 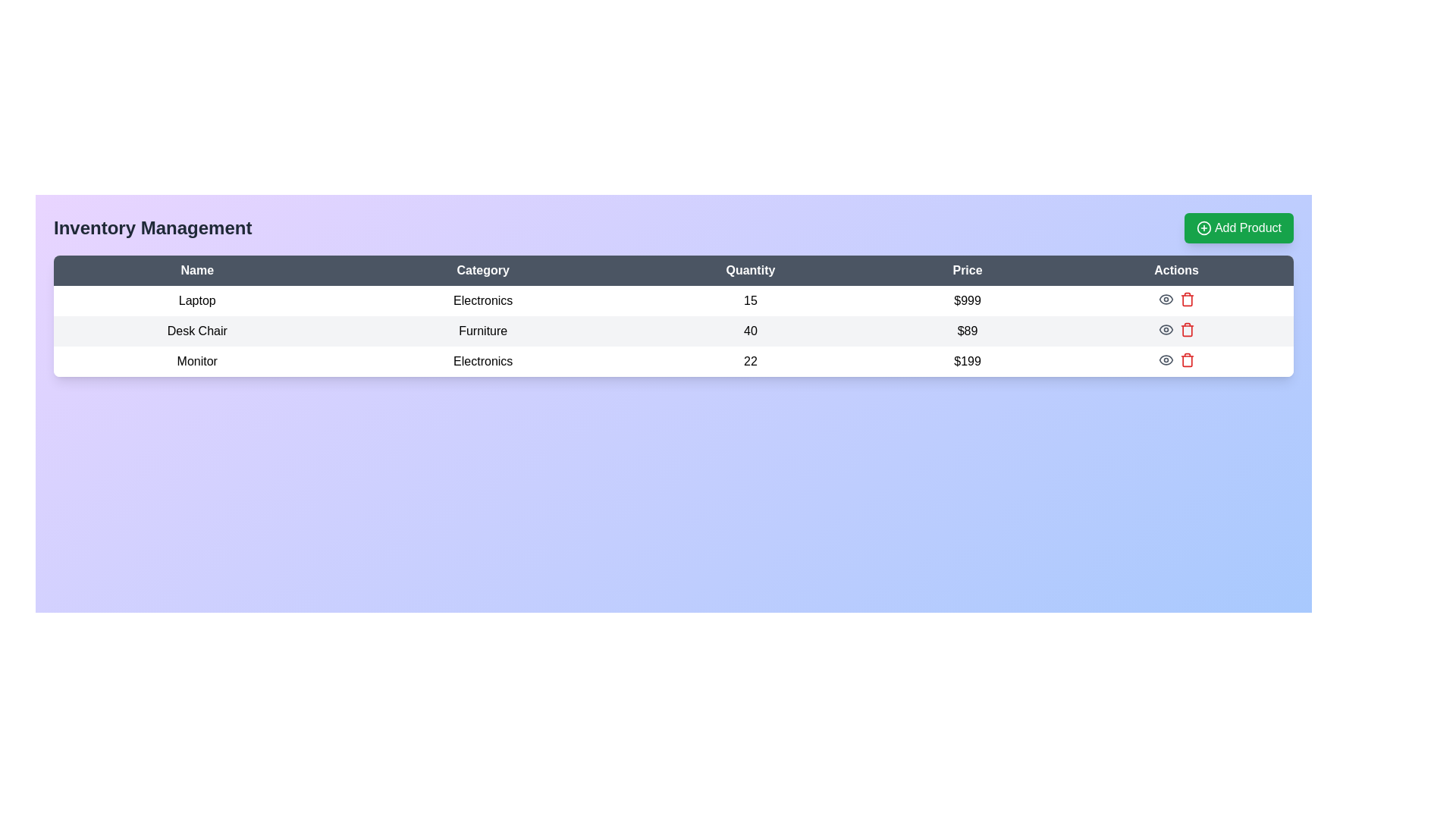 I want to click on the text displaying the quantity of 'Desk Chair' in the inventory management table, located in the third column of the second row under the 'Quantity' header, so click(x=750, y=330).